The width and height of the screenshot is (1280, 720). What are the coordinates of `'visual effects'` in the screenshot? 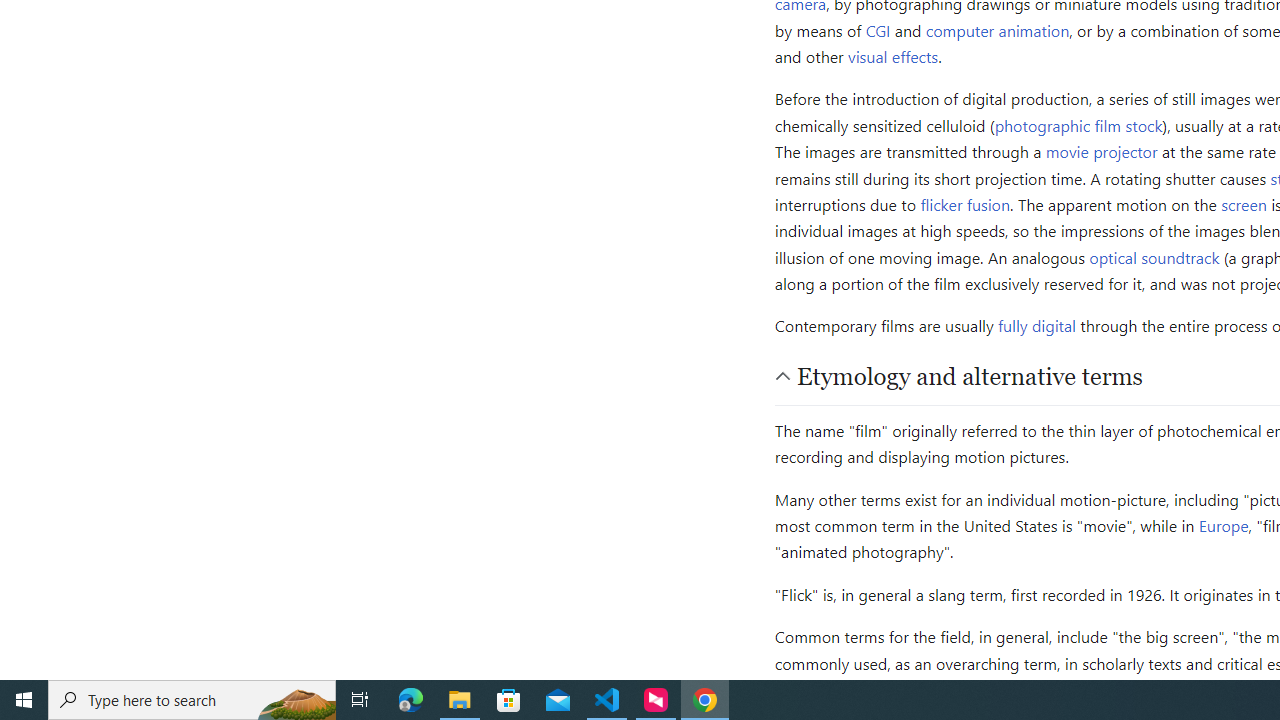 It's located at (892, 54).